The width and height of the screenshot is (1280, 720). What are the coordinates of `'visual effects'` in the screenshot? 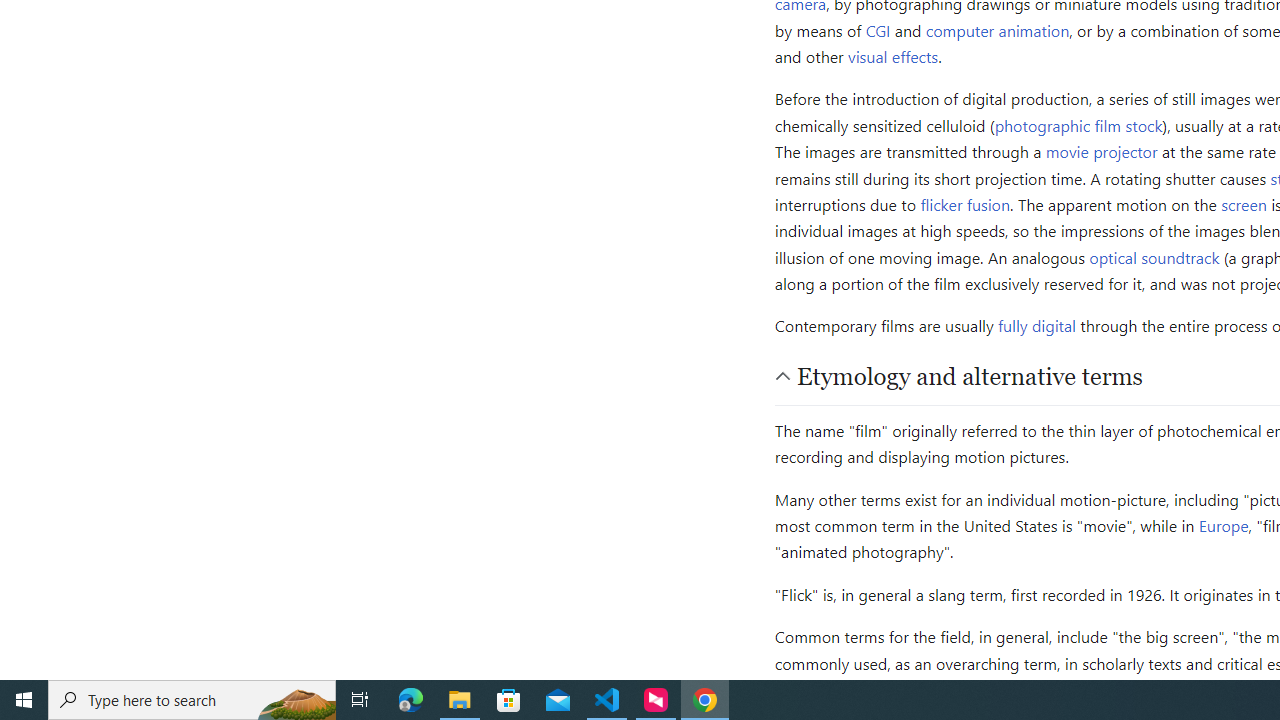 It's located at (892, 54).